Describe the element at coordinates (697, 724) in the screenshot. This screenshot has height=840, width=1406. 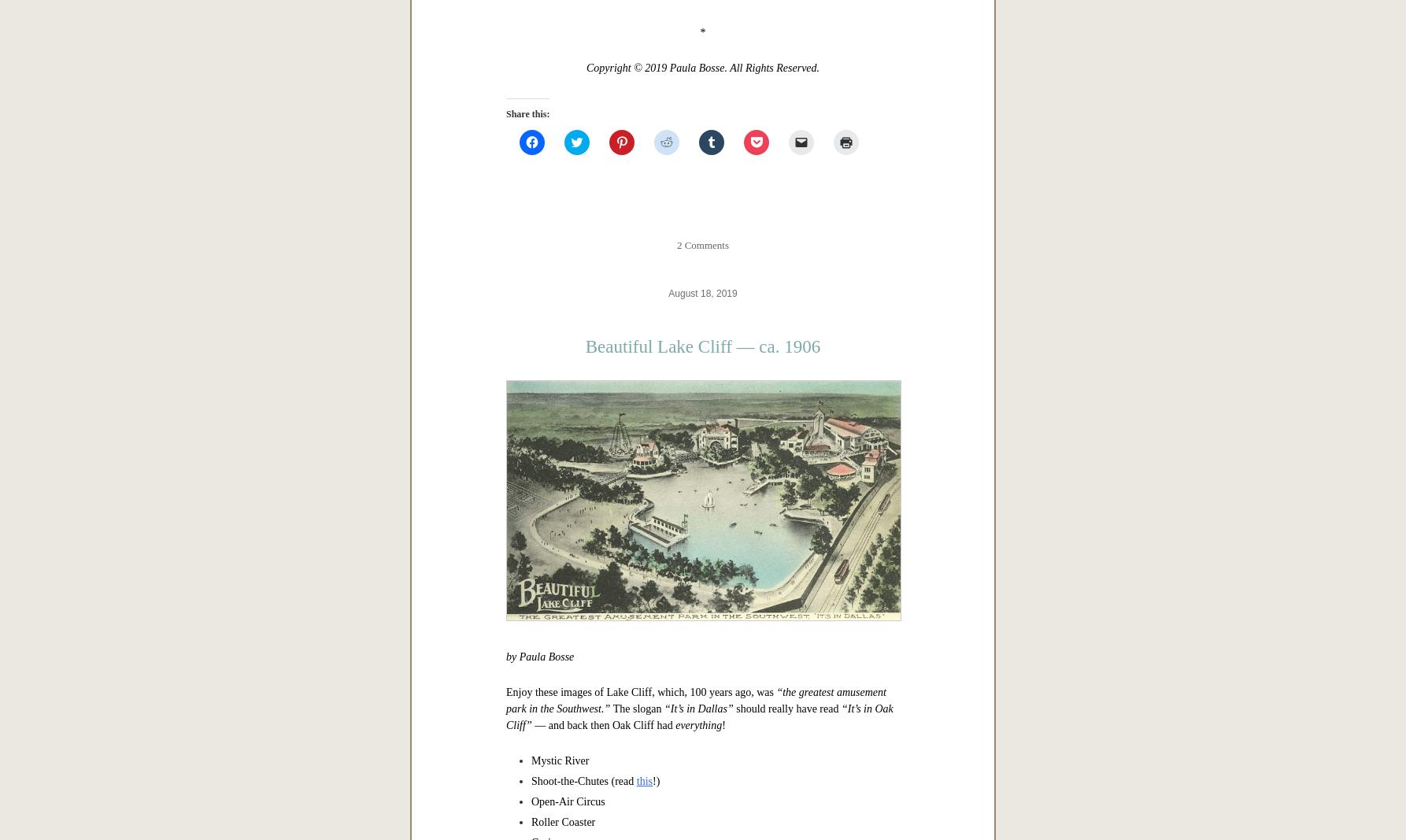
I see `'everything'` at that location.